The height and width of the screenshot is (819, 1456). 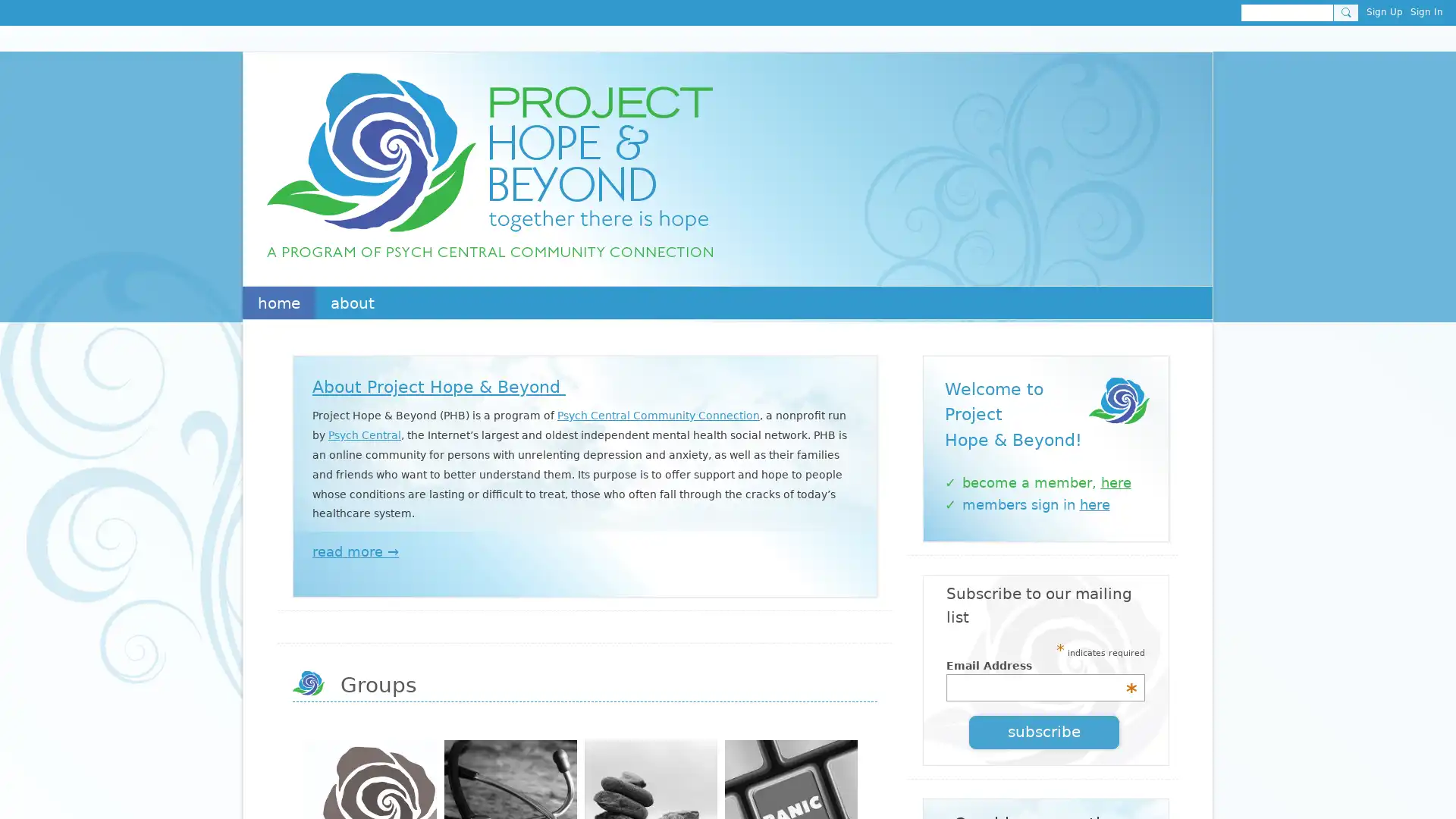 I want to click on Subscribe, so click(x=1043, y=730).